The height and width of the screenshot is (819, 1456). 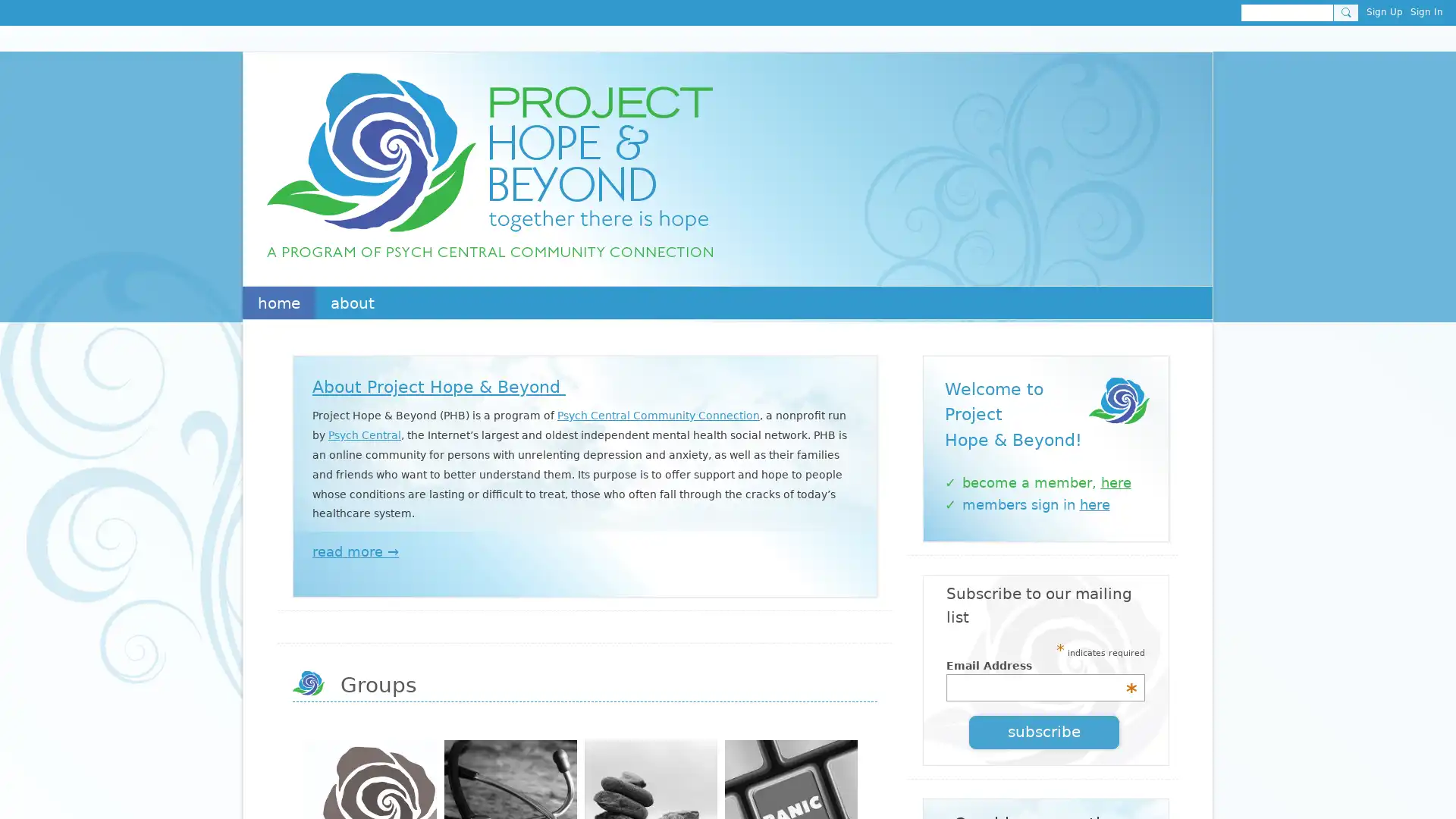 I want to click on Subscribe, so click(x=1043, y=730).